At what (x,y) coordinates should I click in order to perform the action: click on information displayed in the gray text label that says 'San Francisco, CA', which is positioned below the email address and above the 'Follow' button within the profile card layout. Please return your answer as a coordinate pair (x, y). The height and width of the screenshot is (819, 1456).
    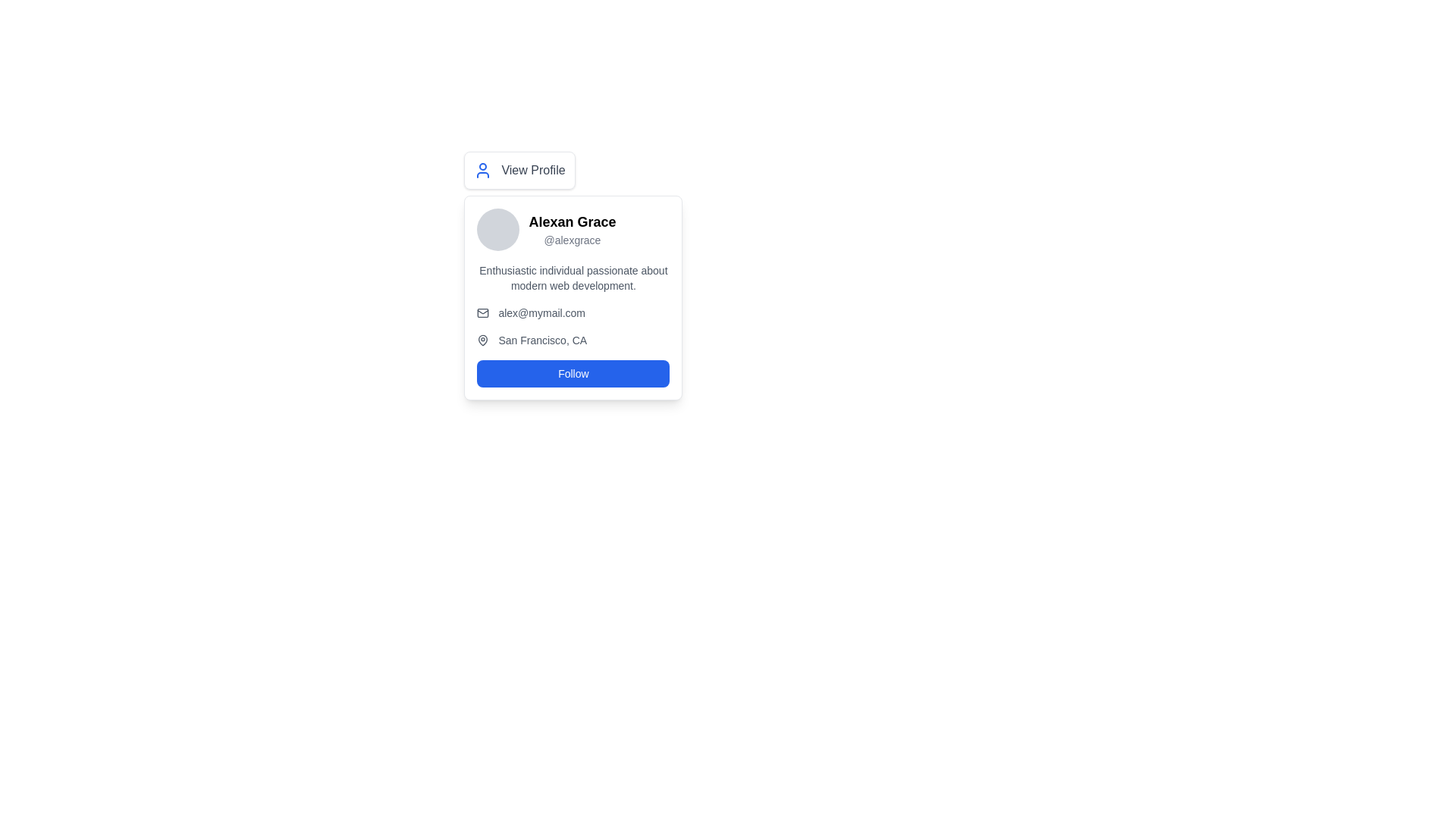
    Looking at the image, I should click on (542, 339).